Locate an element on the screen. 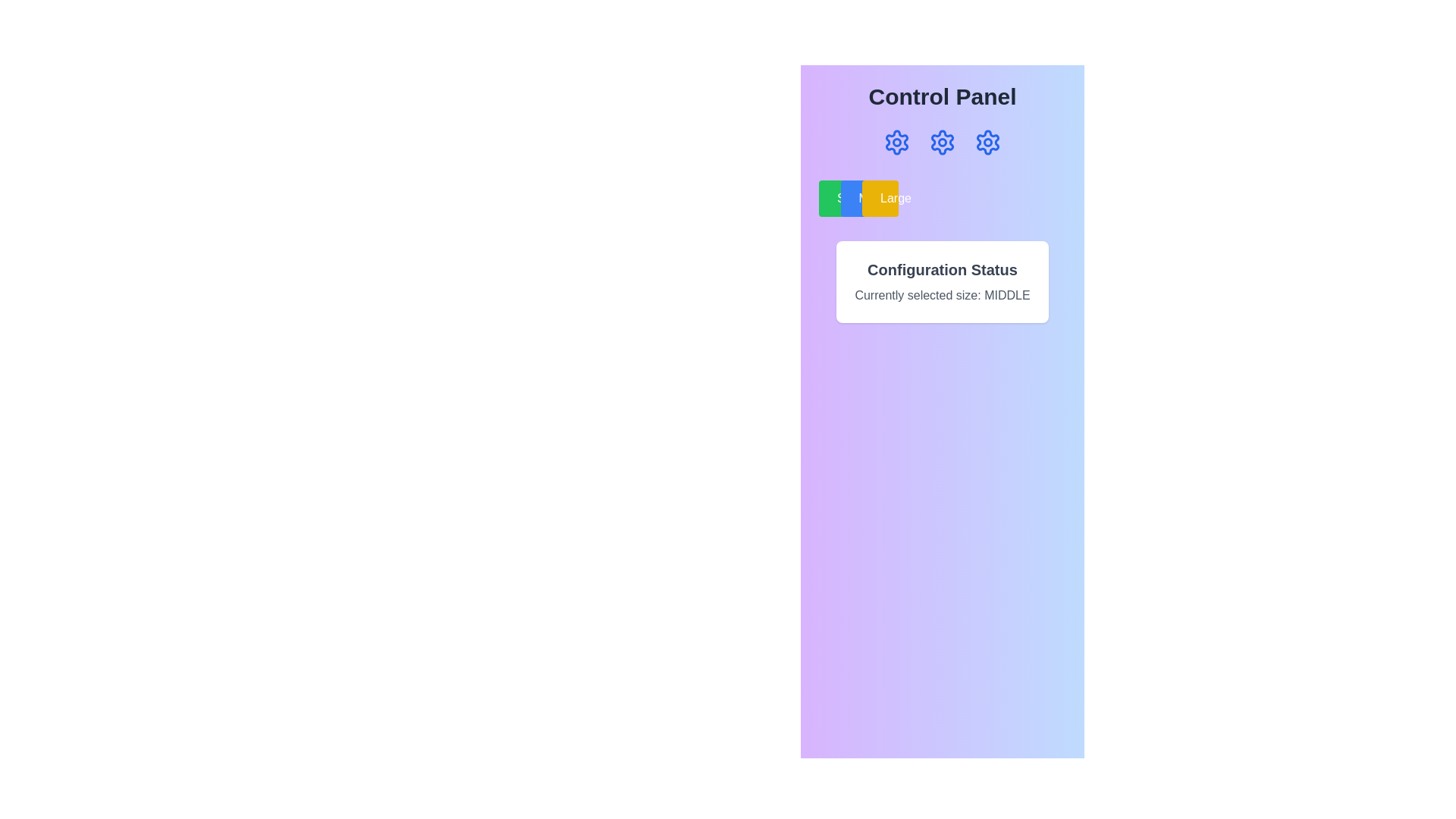 This screenshot has width=1456, height=819. the middle gear/settings icon located just below the 'Control Panel' title is located at coordinates (942, 143).